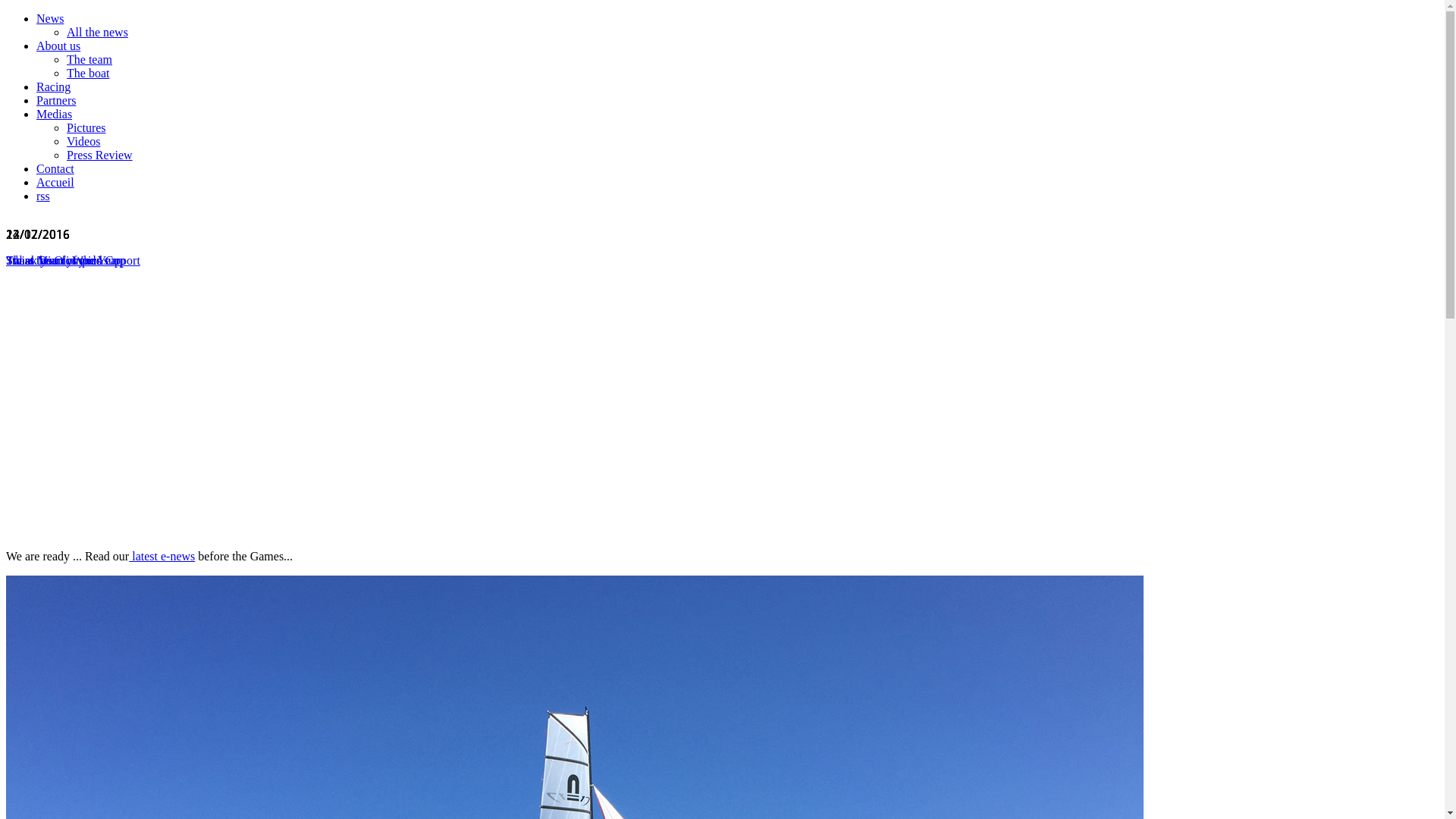  I want to click on 'About us', so click(36, 45).